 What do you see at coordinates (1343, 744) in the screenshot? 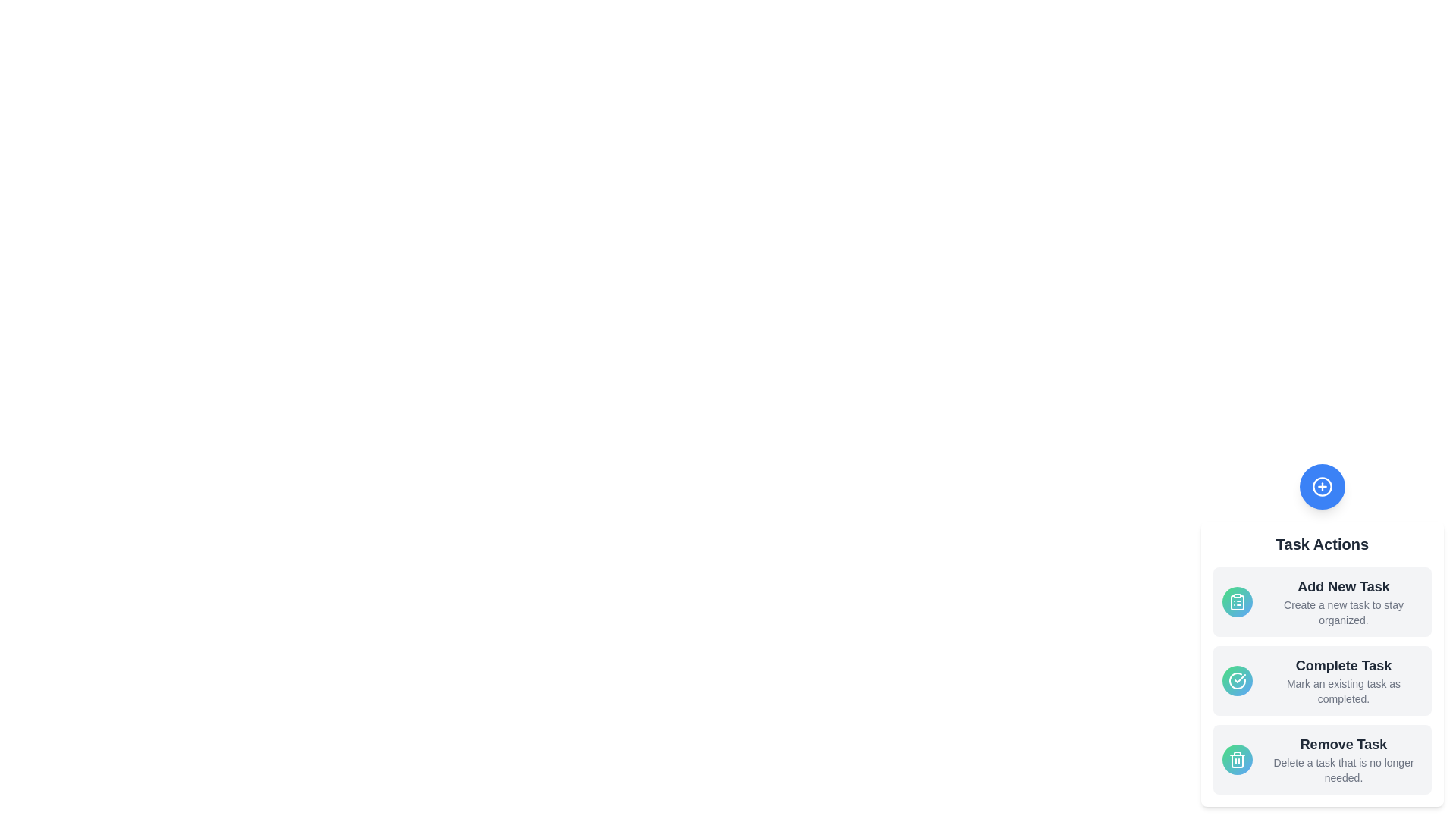
I see `the task option title Remove Task to trigger its interaction` at bounding box center [1343, 744].